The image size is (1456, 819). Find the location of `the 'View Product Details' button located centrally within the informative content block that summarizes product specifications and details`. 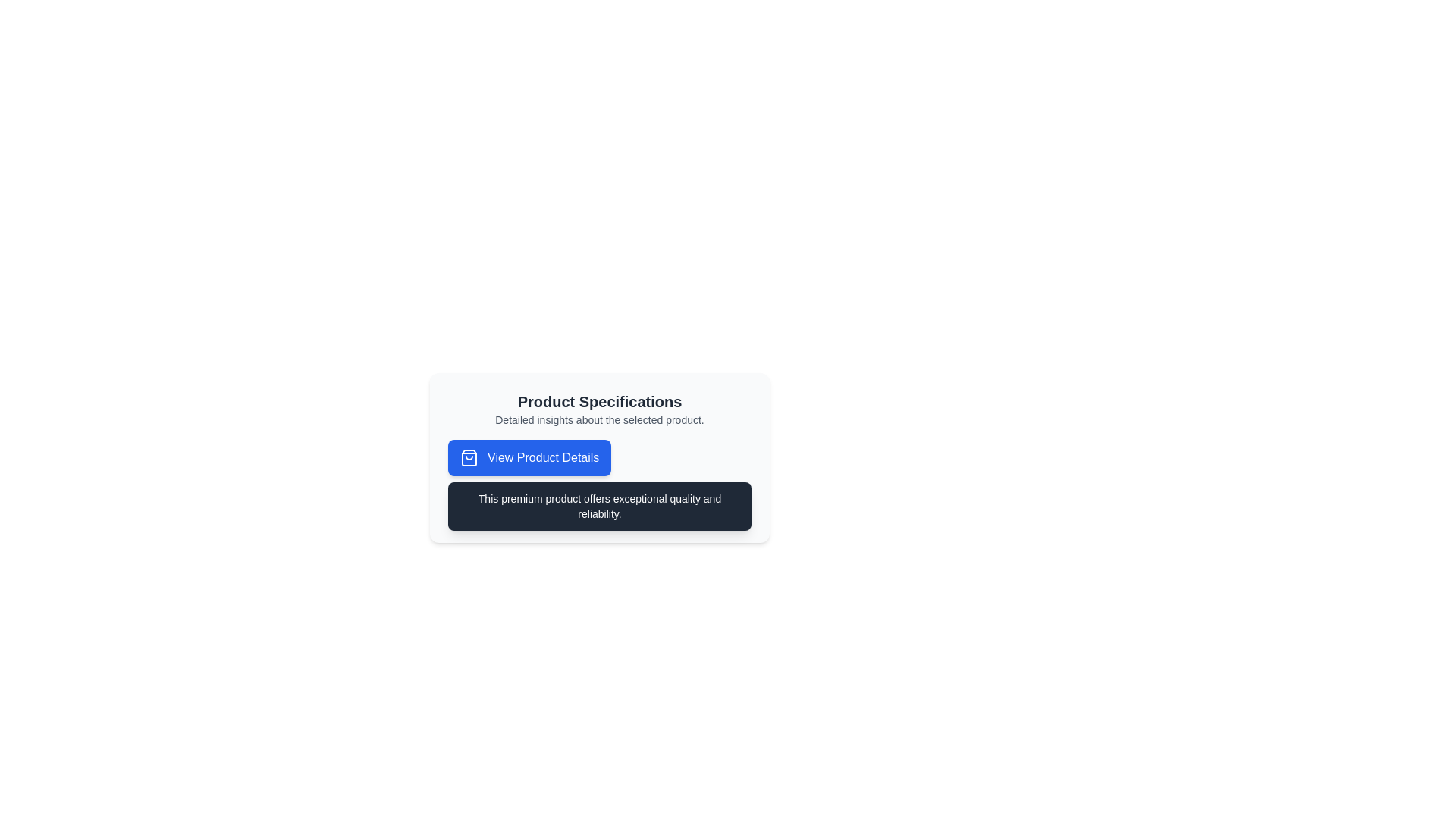

the 'View Product Details' button located centrally within the informative content block that summarizes product specifications and details is located at coordinates (599, 457).